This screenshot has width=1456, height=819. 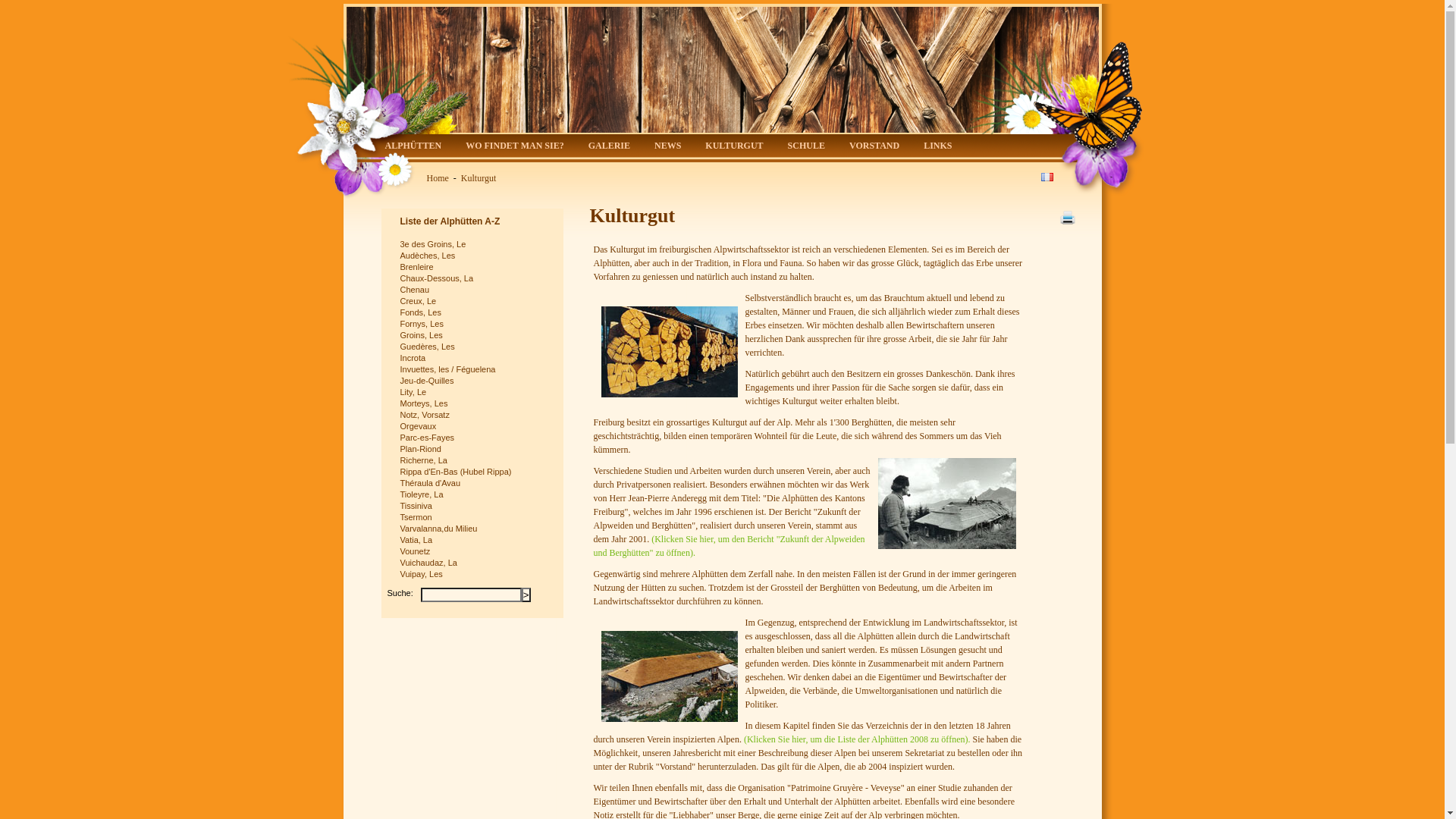 I want to click on 'Richerne, La', so click(x=400, y=460).